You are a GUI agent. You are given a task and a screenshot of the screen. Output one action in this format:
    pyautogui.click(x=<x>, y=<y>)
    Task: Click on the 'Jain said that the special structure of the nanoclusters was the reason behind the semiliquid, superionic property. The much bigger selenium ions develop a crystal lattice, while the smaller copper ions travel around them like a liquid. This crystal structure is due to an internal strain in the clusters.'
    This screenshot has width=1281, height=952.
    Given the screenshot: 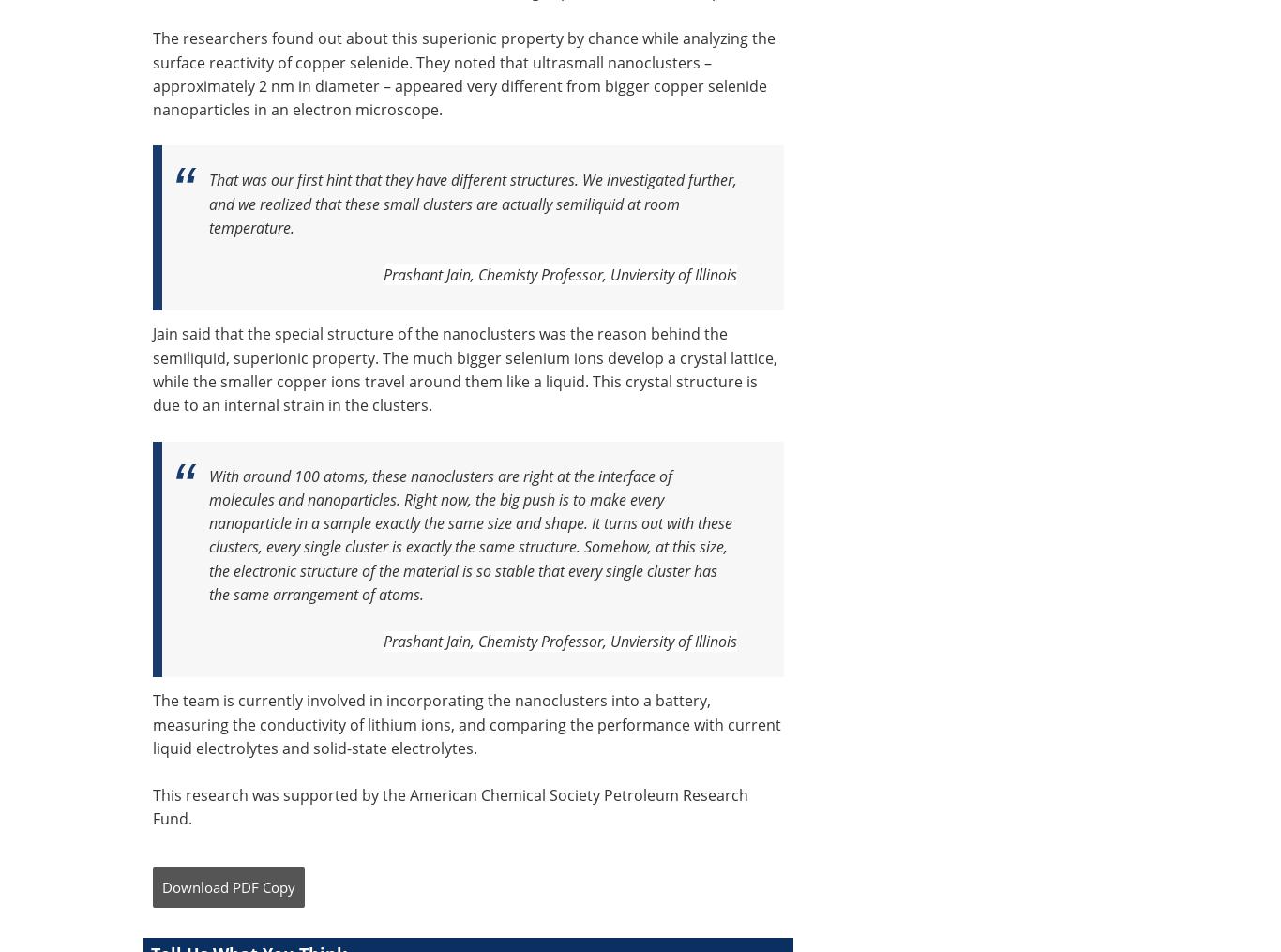 What is the action you would take?
    pyautogui.click(x=464, y=370)
    